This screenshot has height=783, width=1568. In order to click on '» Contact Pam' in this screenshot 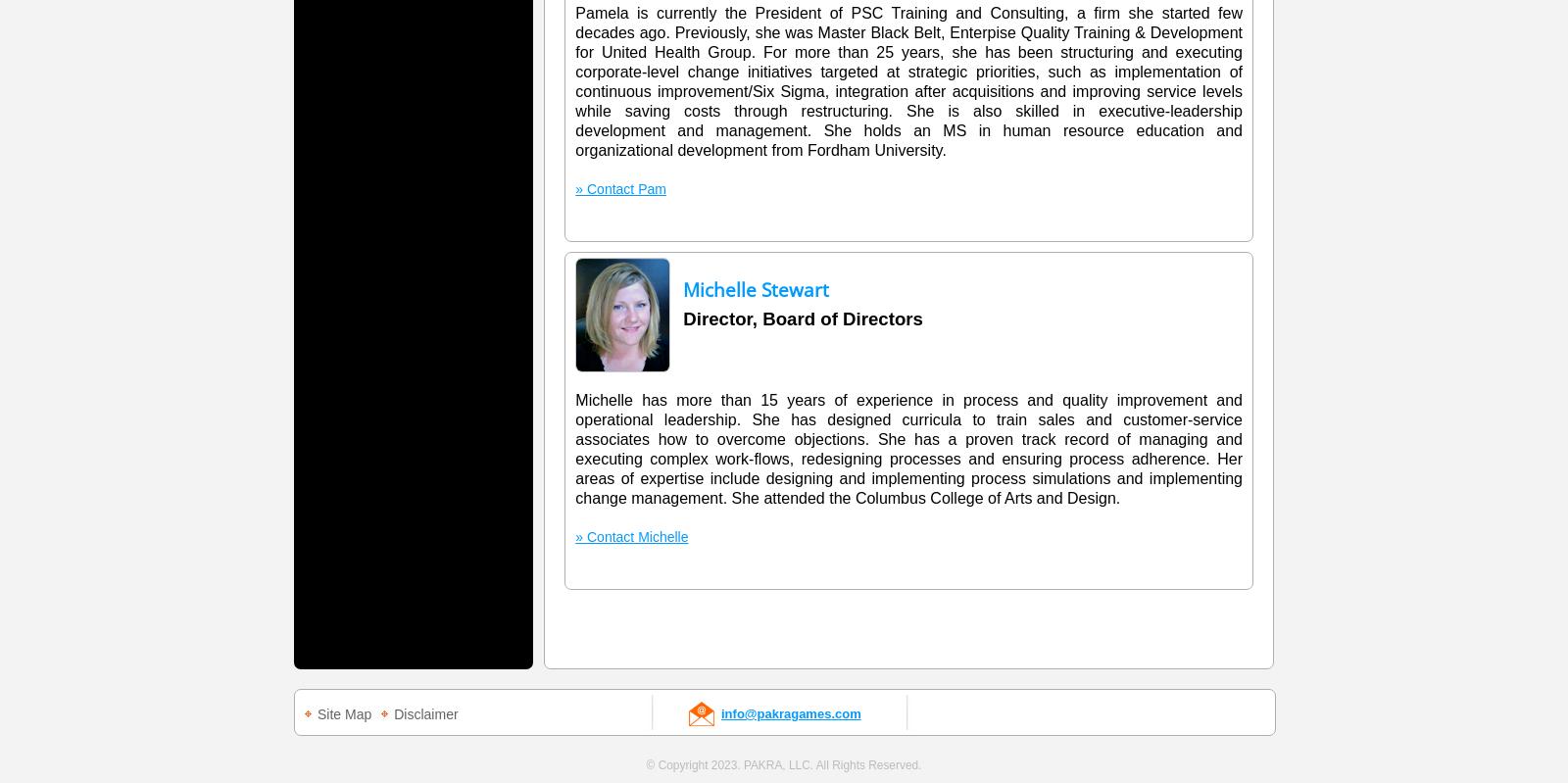, I will do `click(619, 189)`.